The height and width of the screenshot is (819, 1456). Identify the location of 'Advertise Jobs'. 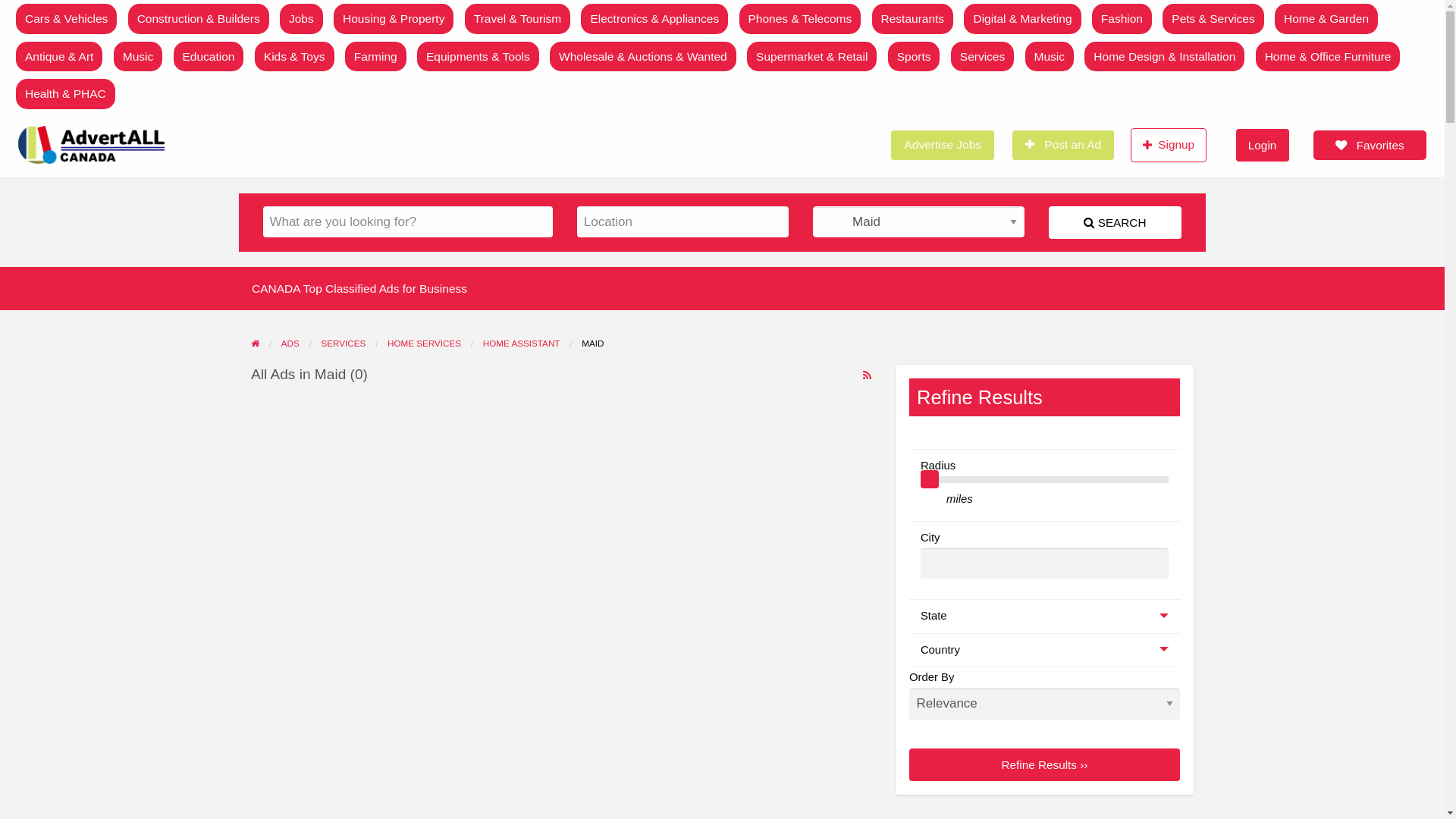
(942, 145).